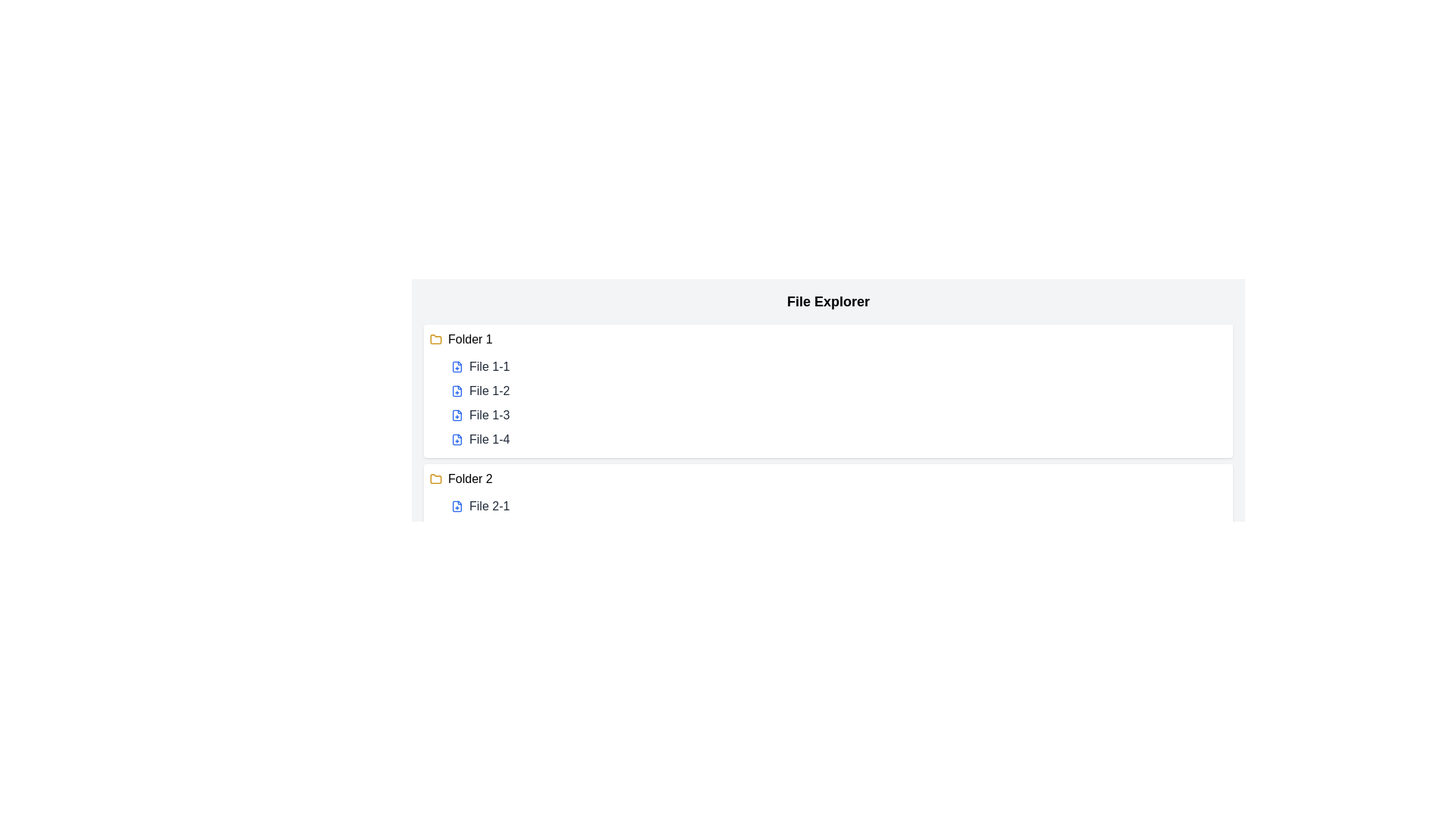  What do you see at coordinates (489, 366) in the screenshot?
I see `the text label representing the file 'File 1-1' within the 'Folder 1' in the file explorer` at bounding box center [489, 366].